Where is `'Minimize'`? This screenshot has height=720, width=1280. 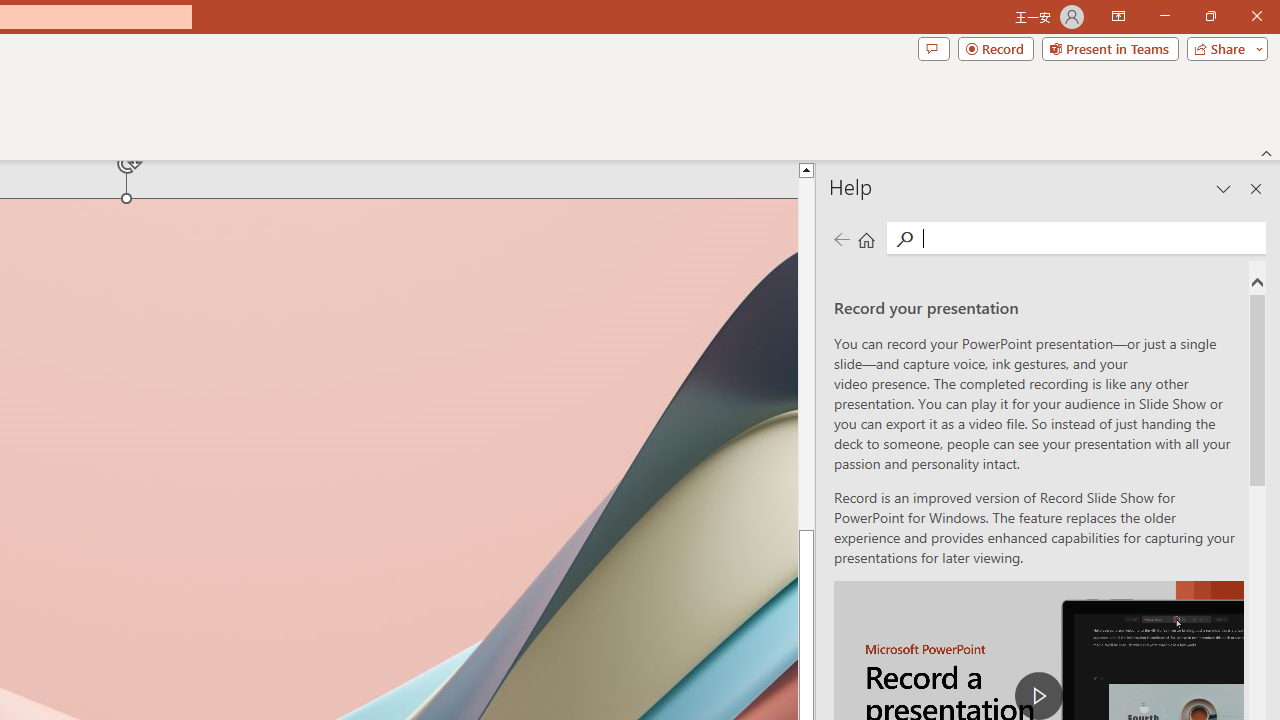
'Minimize' is located at coordinates (1164, 16).